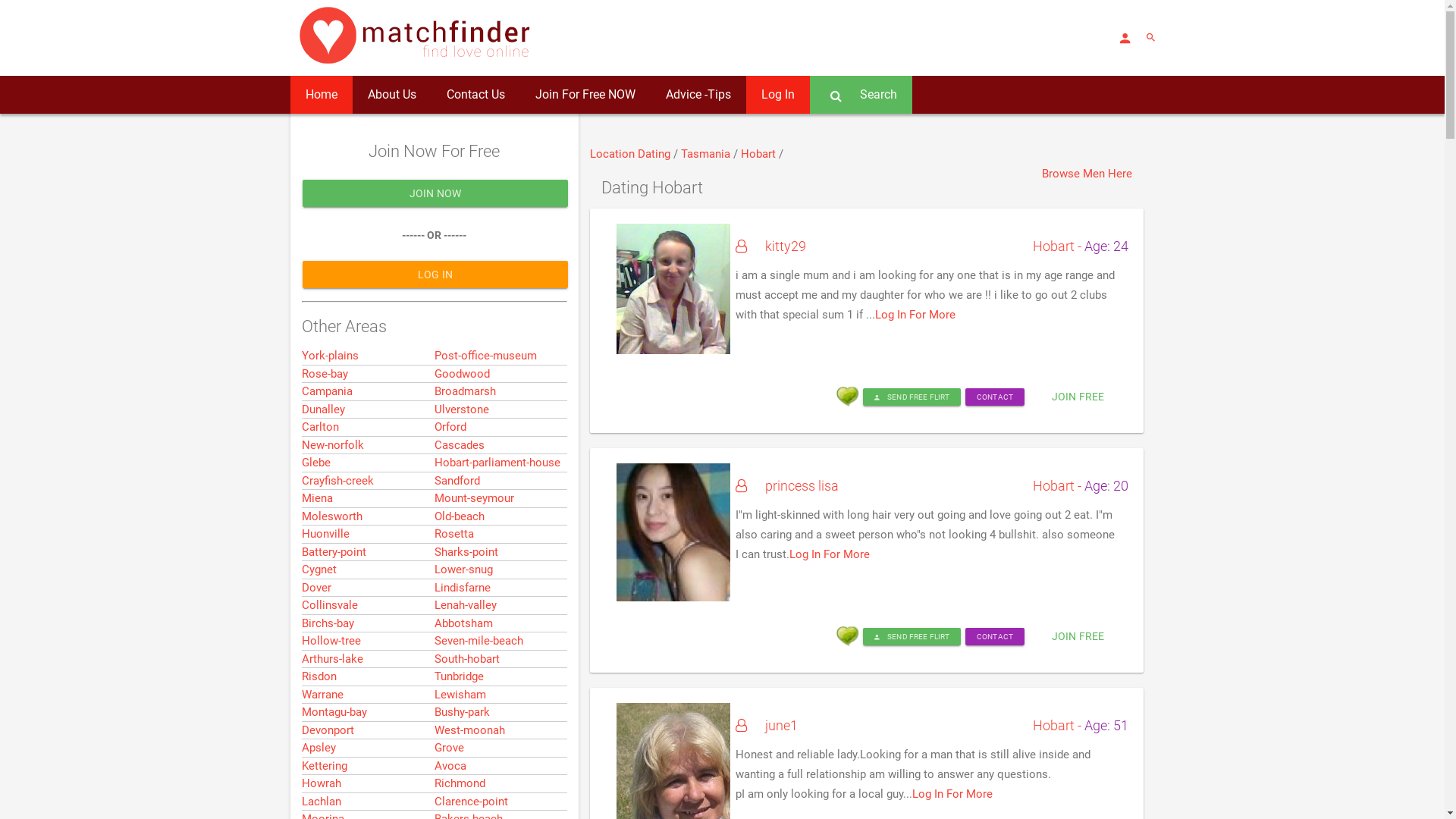 The height and width of the screenshot is (819, 1456). I want to click on 'Cascades', so click(432, 444).